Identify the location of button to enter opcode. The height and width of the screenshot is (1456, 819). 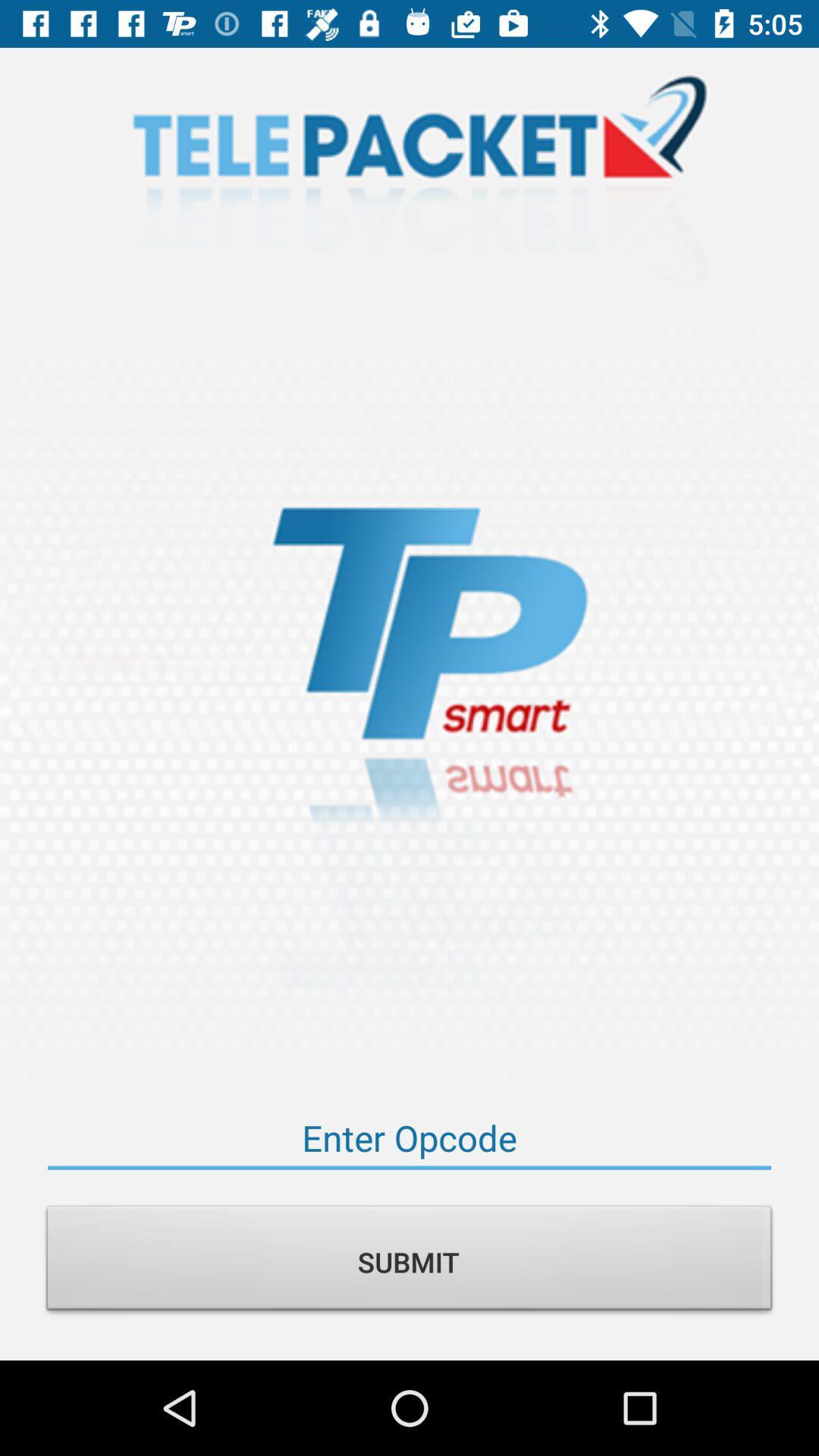
(409, 1138).